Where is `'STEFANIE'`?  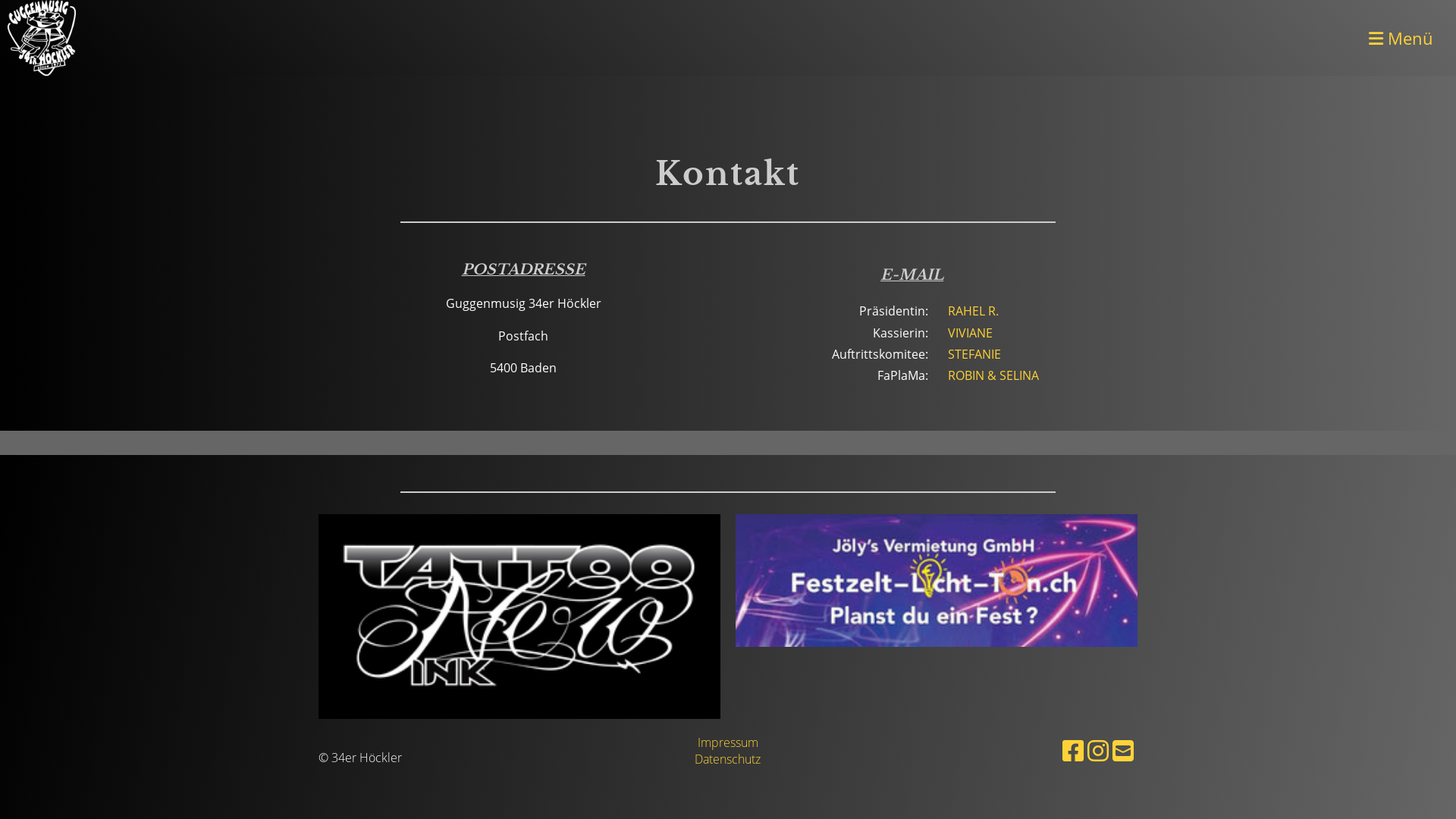
'STEFANIE' is located at coordinates (946, 353).